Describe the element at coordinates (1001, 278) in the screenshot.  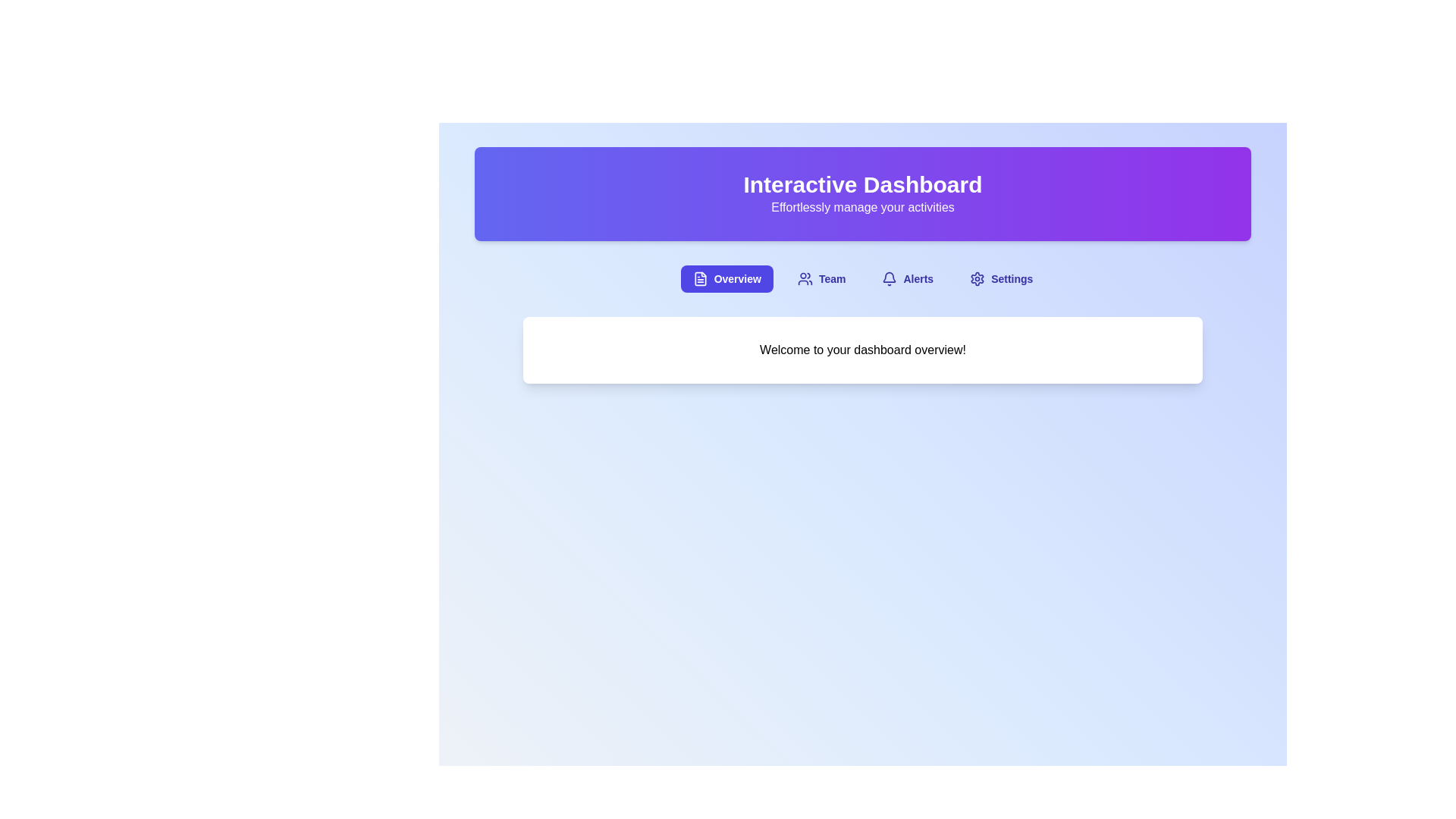
I see `the 'Settings' button, which is the fourth button in the horizontal navigation bar` at that location.